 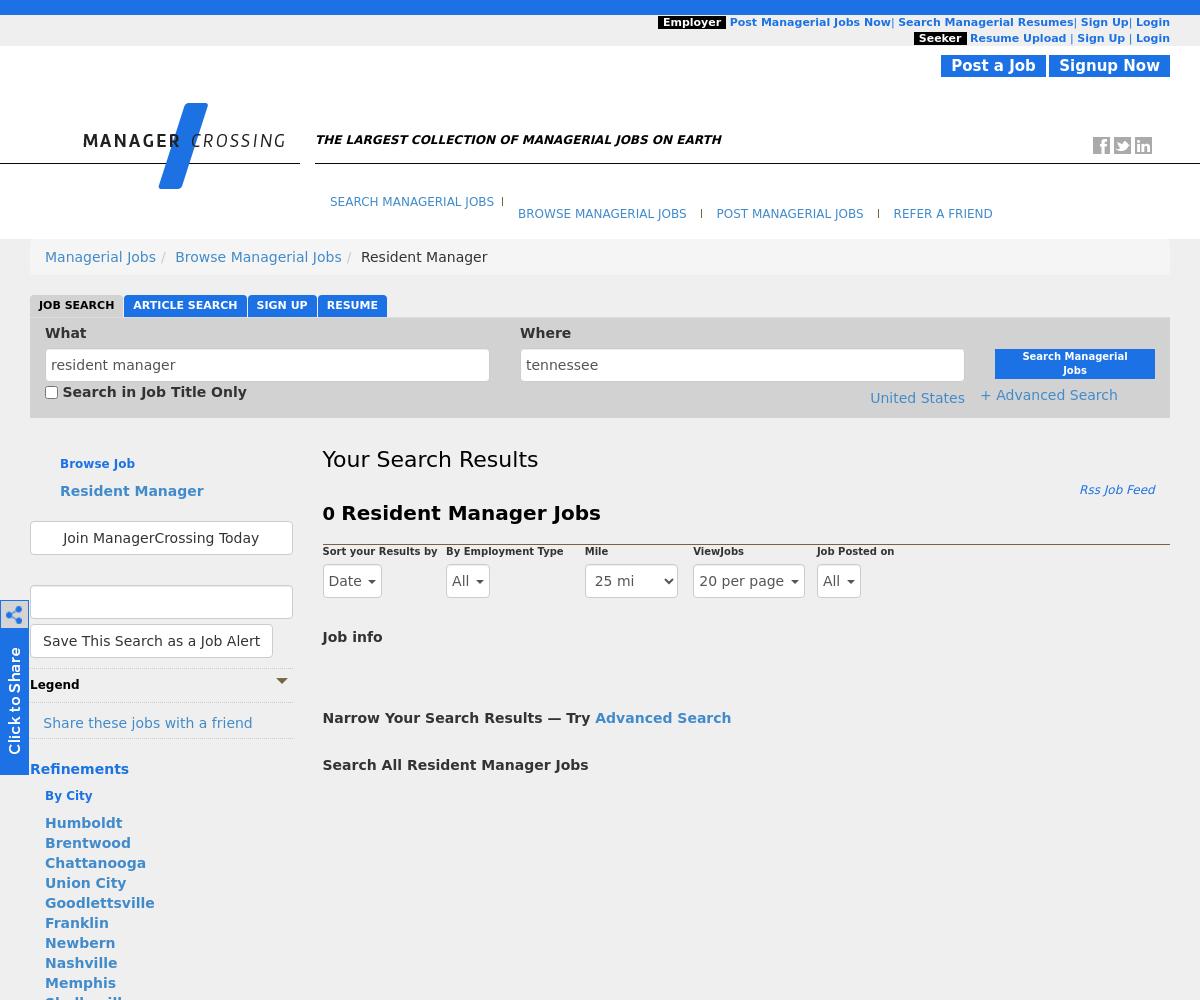 What do you see at coordinates (330, 200) in the screenshot?
I see `'Search
										Managerial										Jobs'` at bounding box center [330, 200].